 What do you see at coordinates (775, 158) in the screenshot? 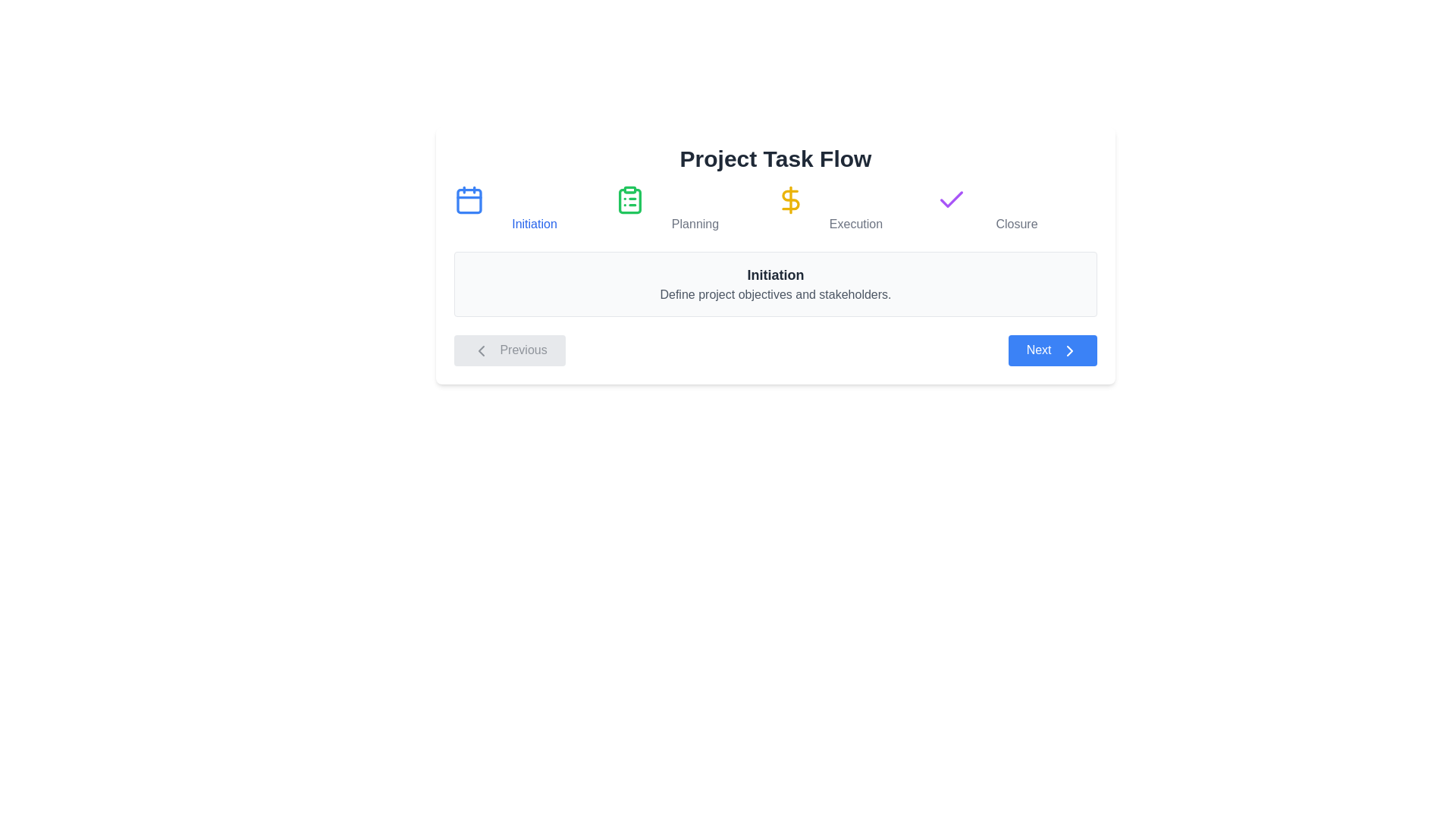
I see `the main title text located at the top of the card interface, which provides contextual information about the current section of the application` at bounding box center [775, 158].